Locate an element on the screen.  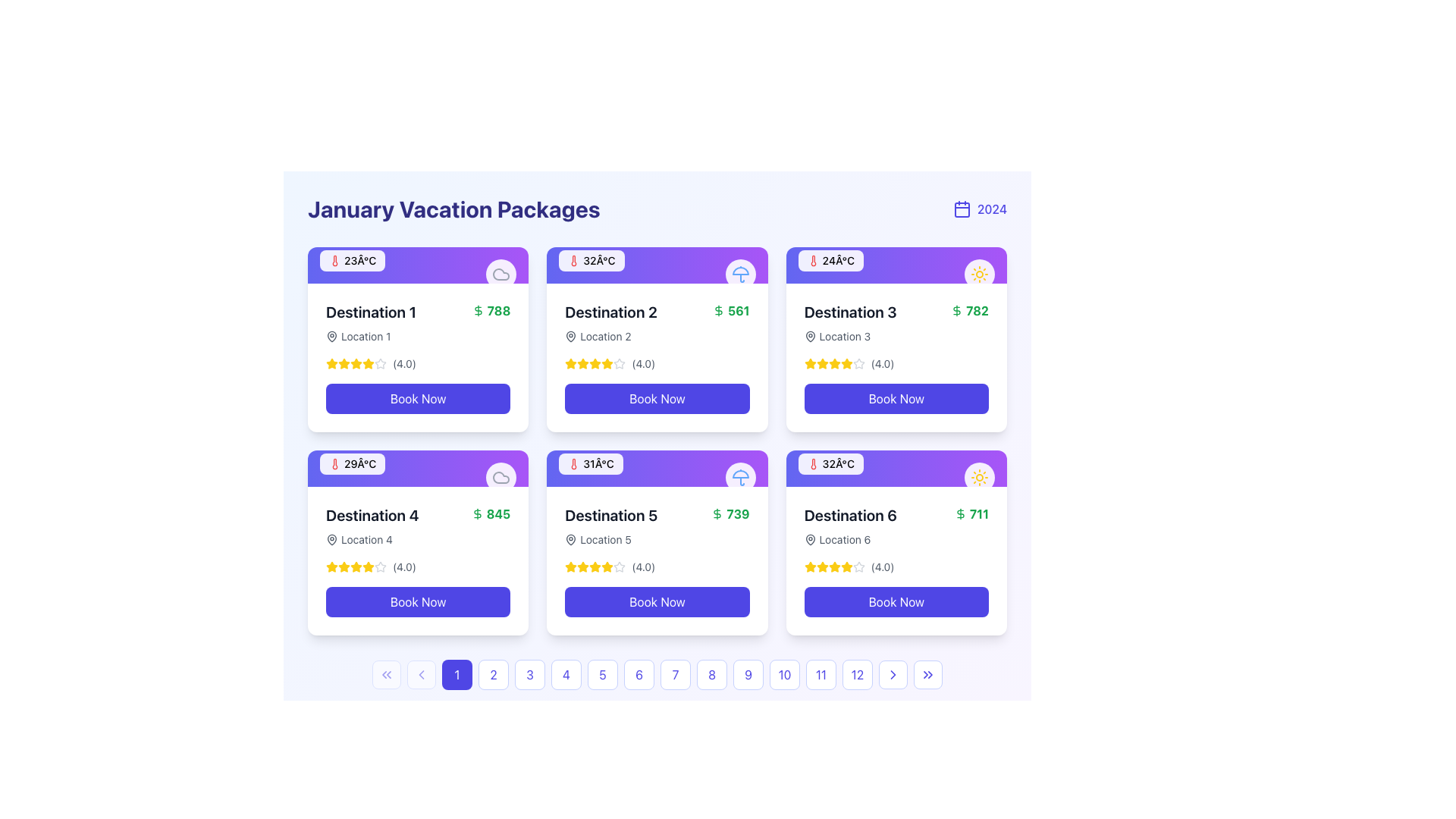
the second pagination button, which is styled as a square with rounded corners, white with a blue border, and displays the numeral '2' in blue at its center is located at coordinates (494, 674).